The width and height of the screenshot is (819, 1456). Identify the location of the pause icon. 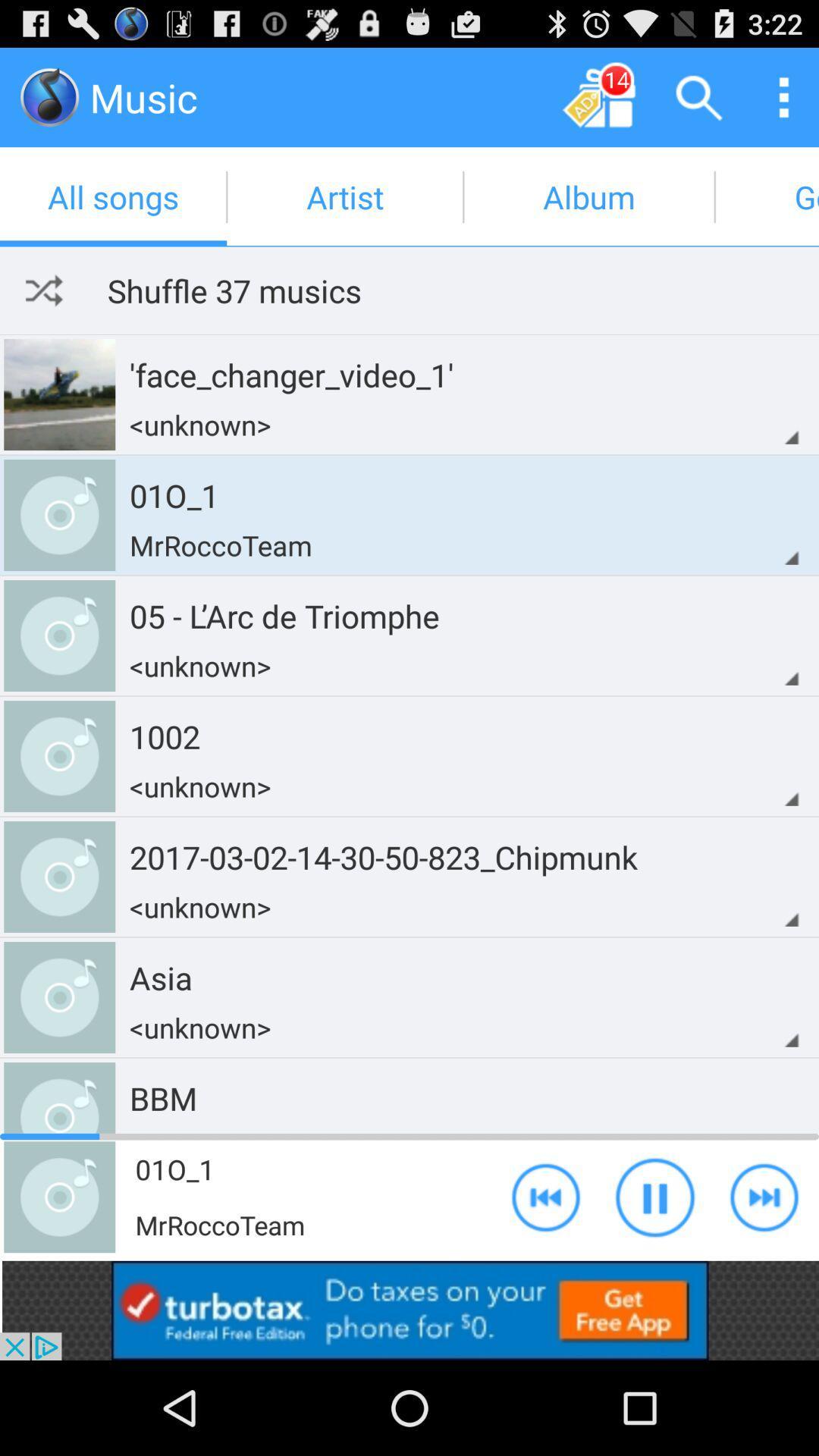
(654, 1280).